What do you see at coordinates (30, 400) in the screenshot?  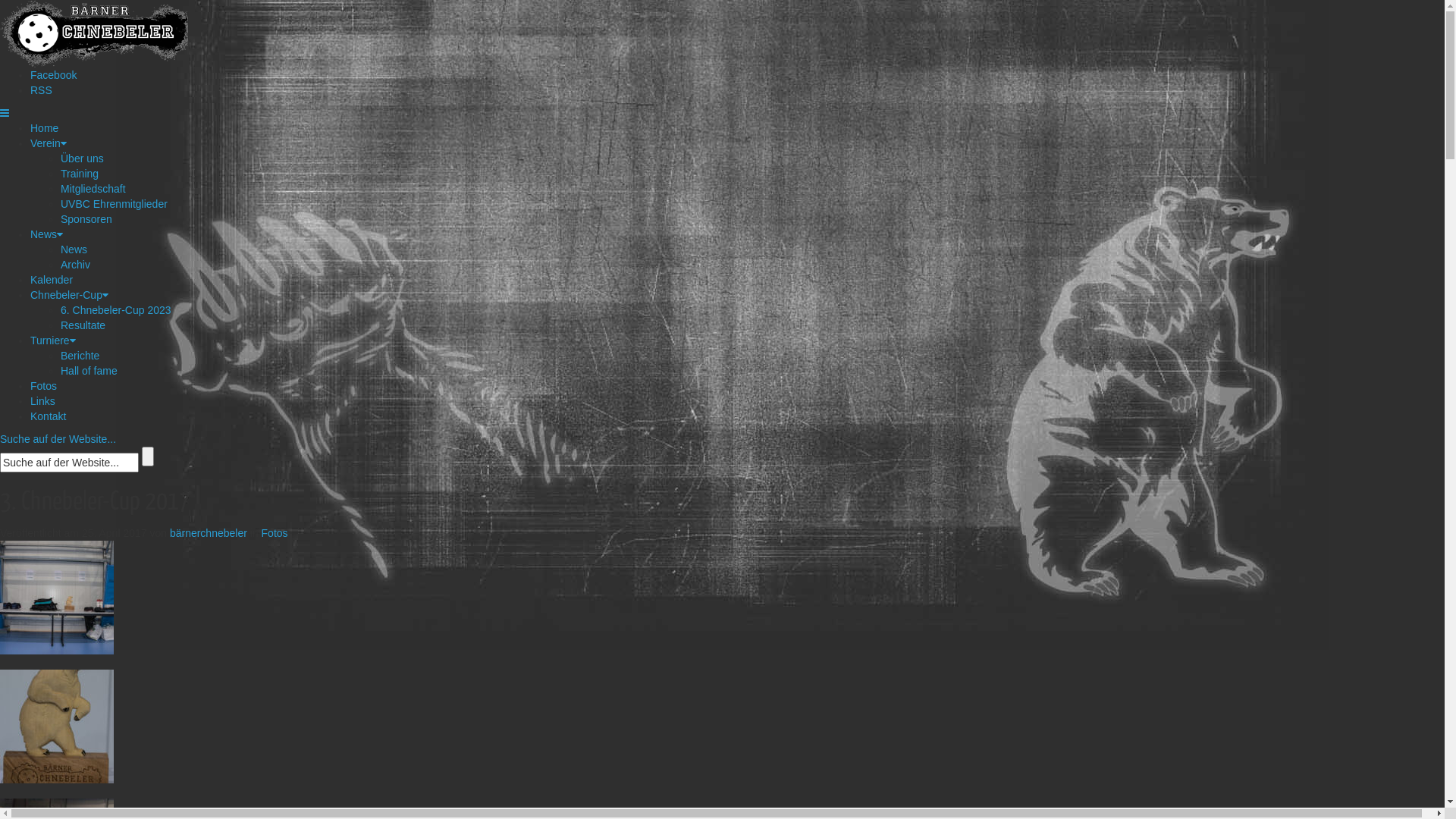 I see `'Links'` at bounding box center [30, 400].